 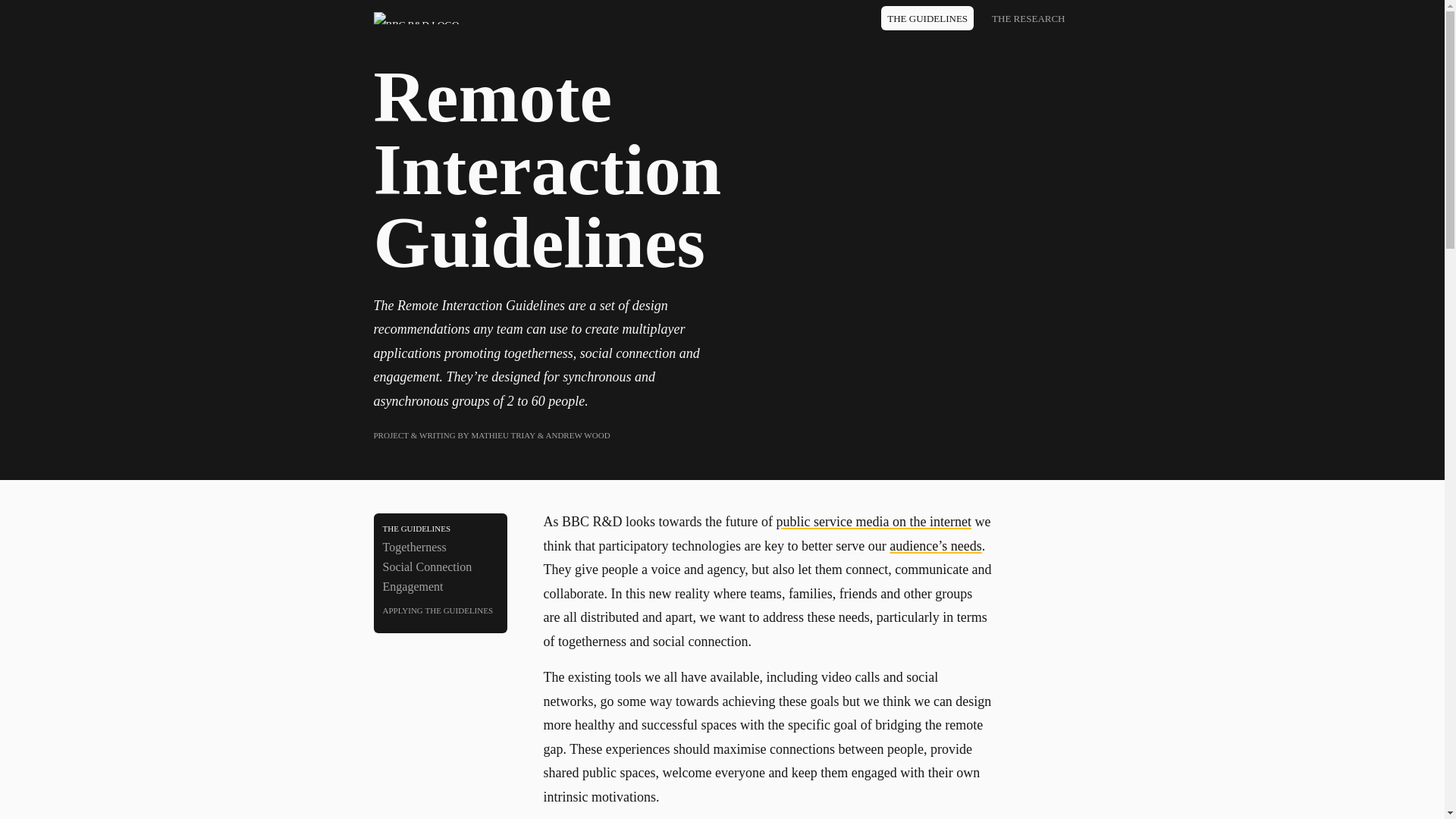 I want to click on 'Social Connection', so click(x=382, y=567).